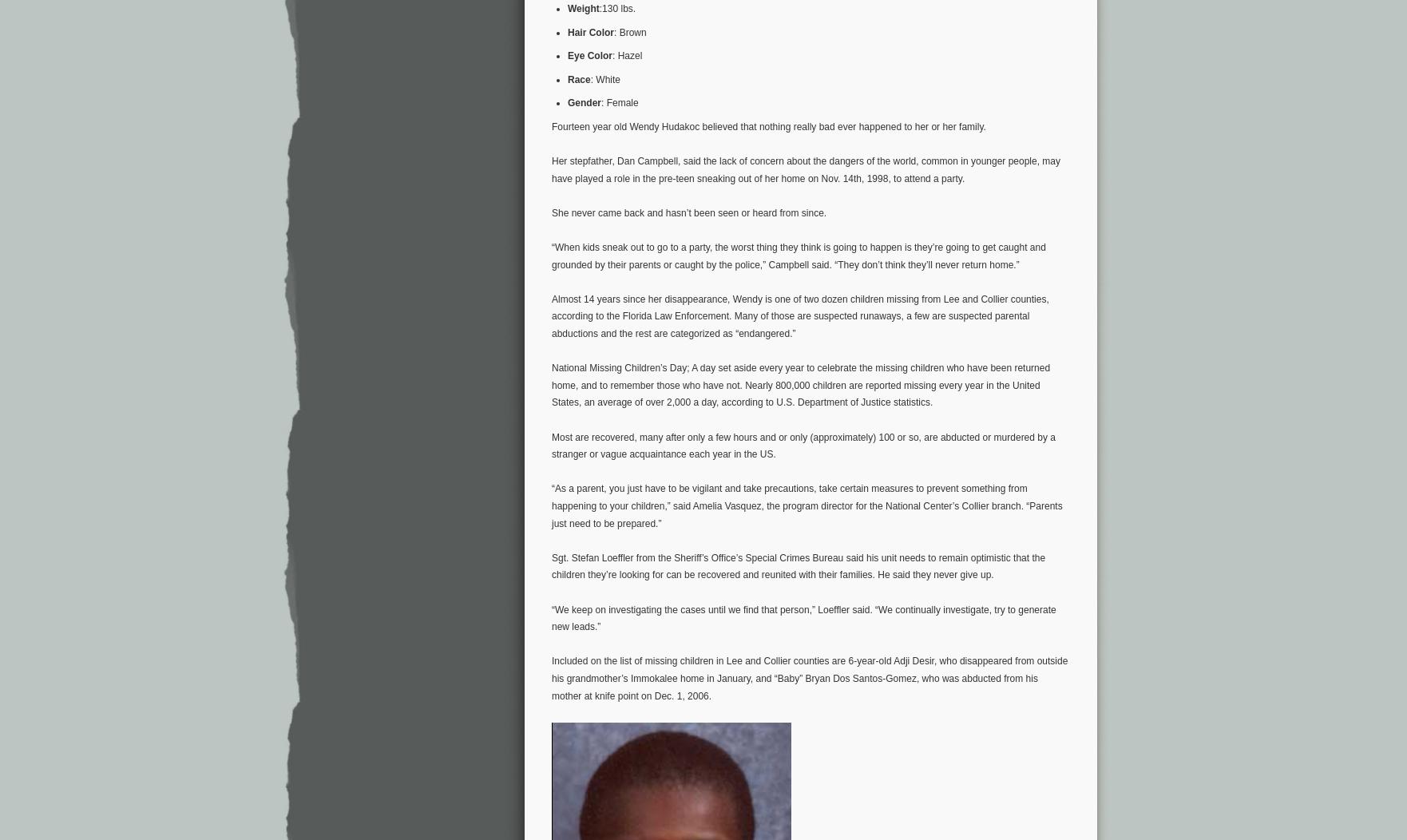 Image resolution: width=1407 pixels, height=840 pixels. Describe the element at coordinates (807, 505) in the screenshot. I see `'“As a parent, you just have to be vigilant and take precautions, take certain measures to prevent something from happening to your children,” said Amelia Vasquez, the program director for the National Center’s Collier branch. “Parents just need to be prepared.”'` at that location.